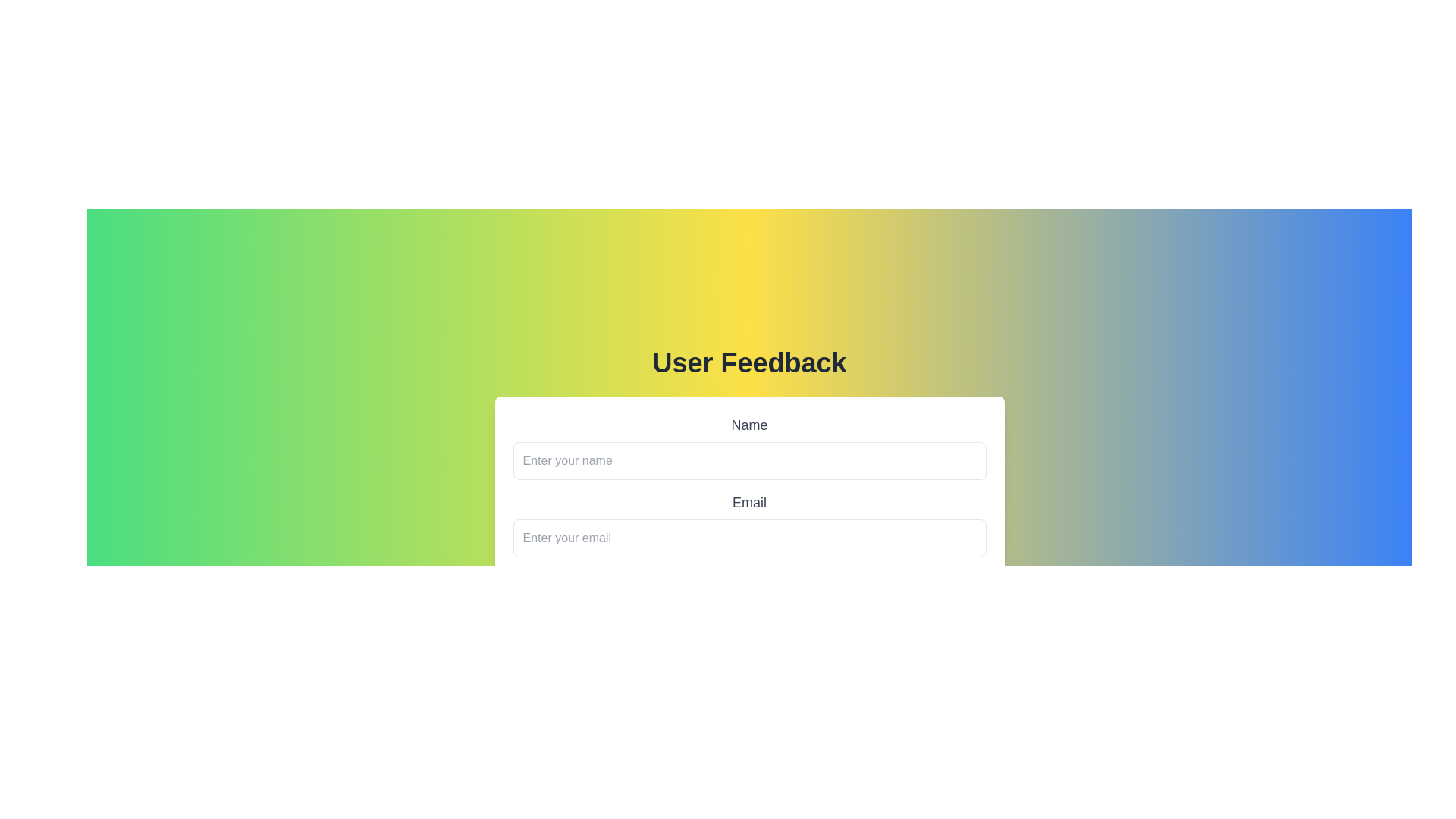 The width and height of the screenshot is (1456, 819). What do you see at coordinates (749, 502) in the screenshot?
I see `the 'Email' label, which is styled with a bold font and located above the email input field in the 'User Feedback' form` at bounding box center [749, 502].